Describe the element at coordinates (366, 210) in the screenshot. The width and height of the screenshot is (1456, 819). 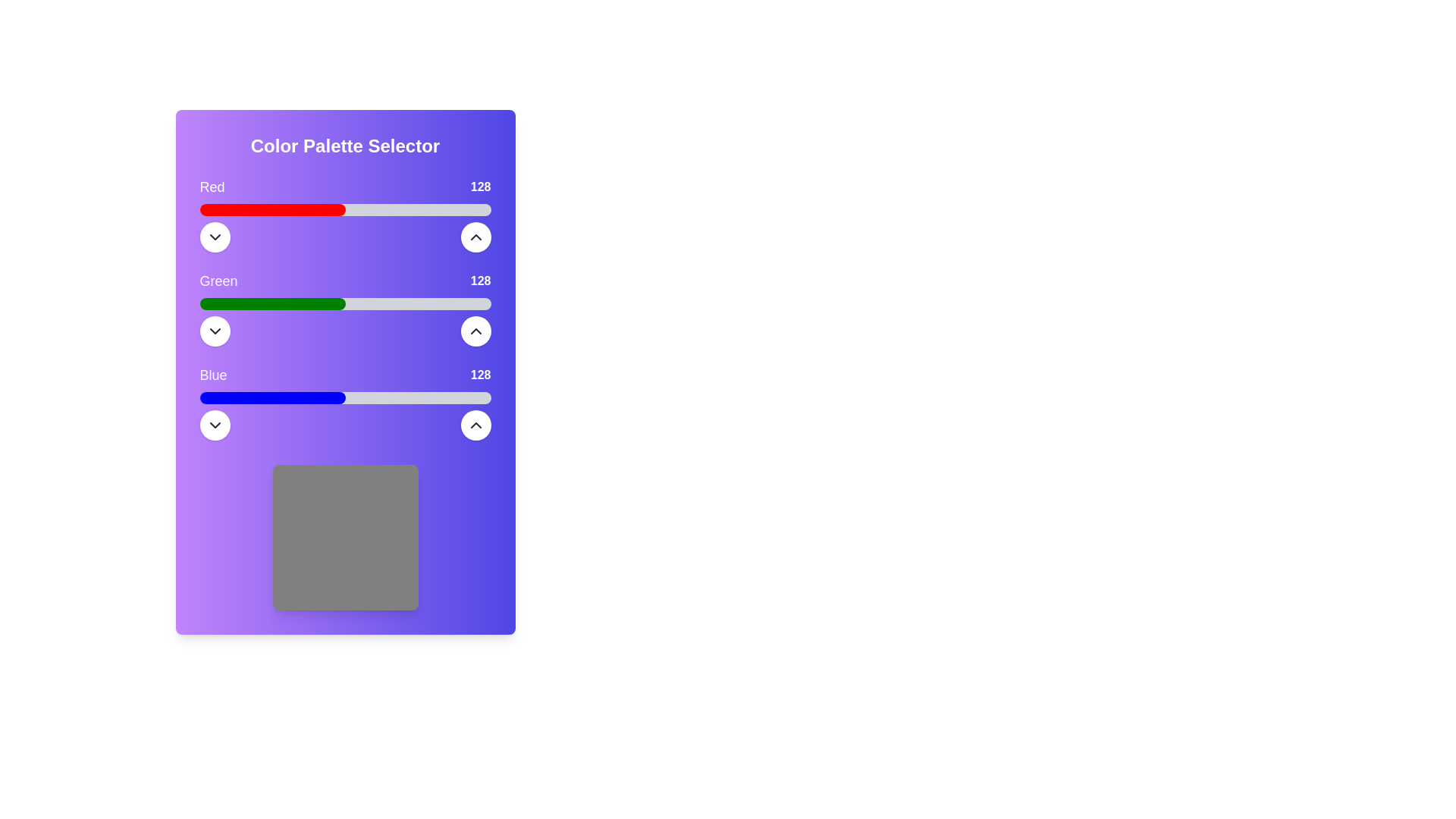
I see `the red intensity` at that location.